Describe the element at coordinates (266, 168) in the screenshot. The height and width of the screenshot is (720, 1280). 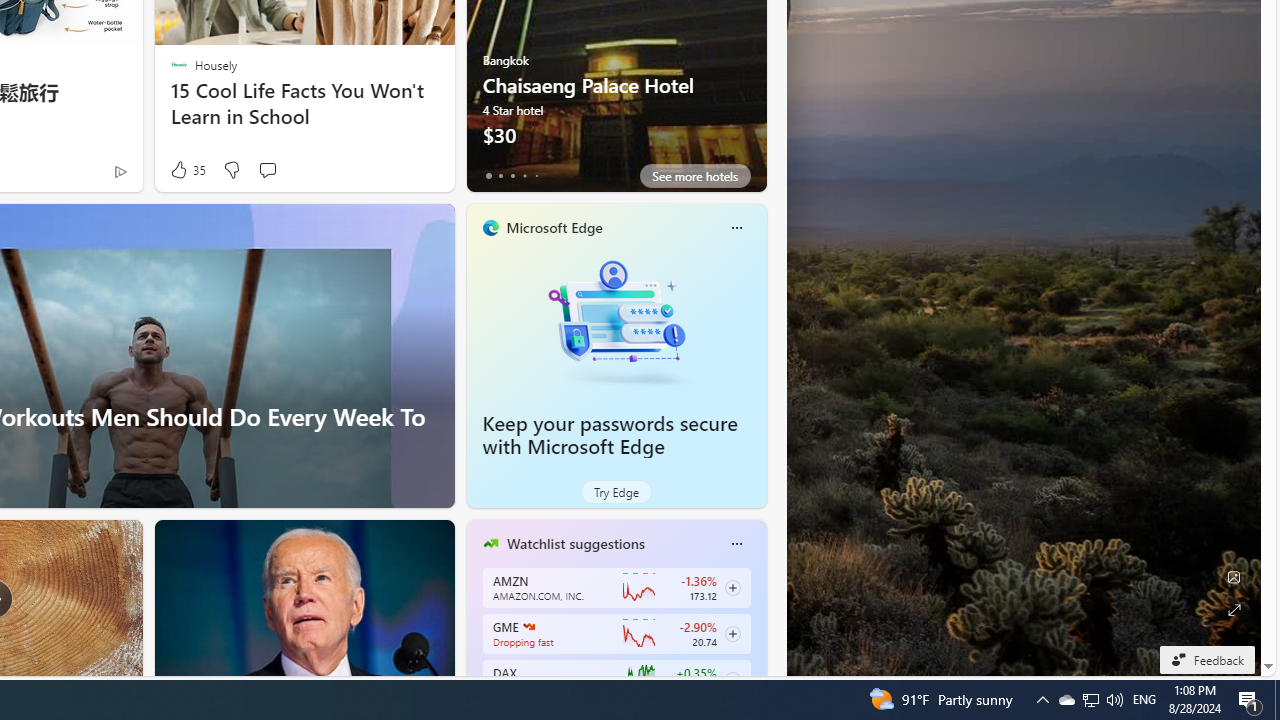
I see `'Start the conversation'` at that location.